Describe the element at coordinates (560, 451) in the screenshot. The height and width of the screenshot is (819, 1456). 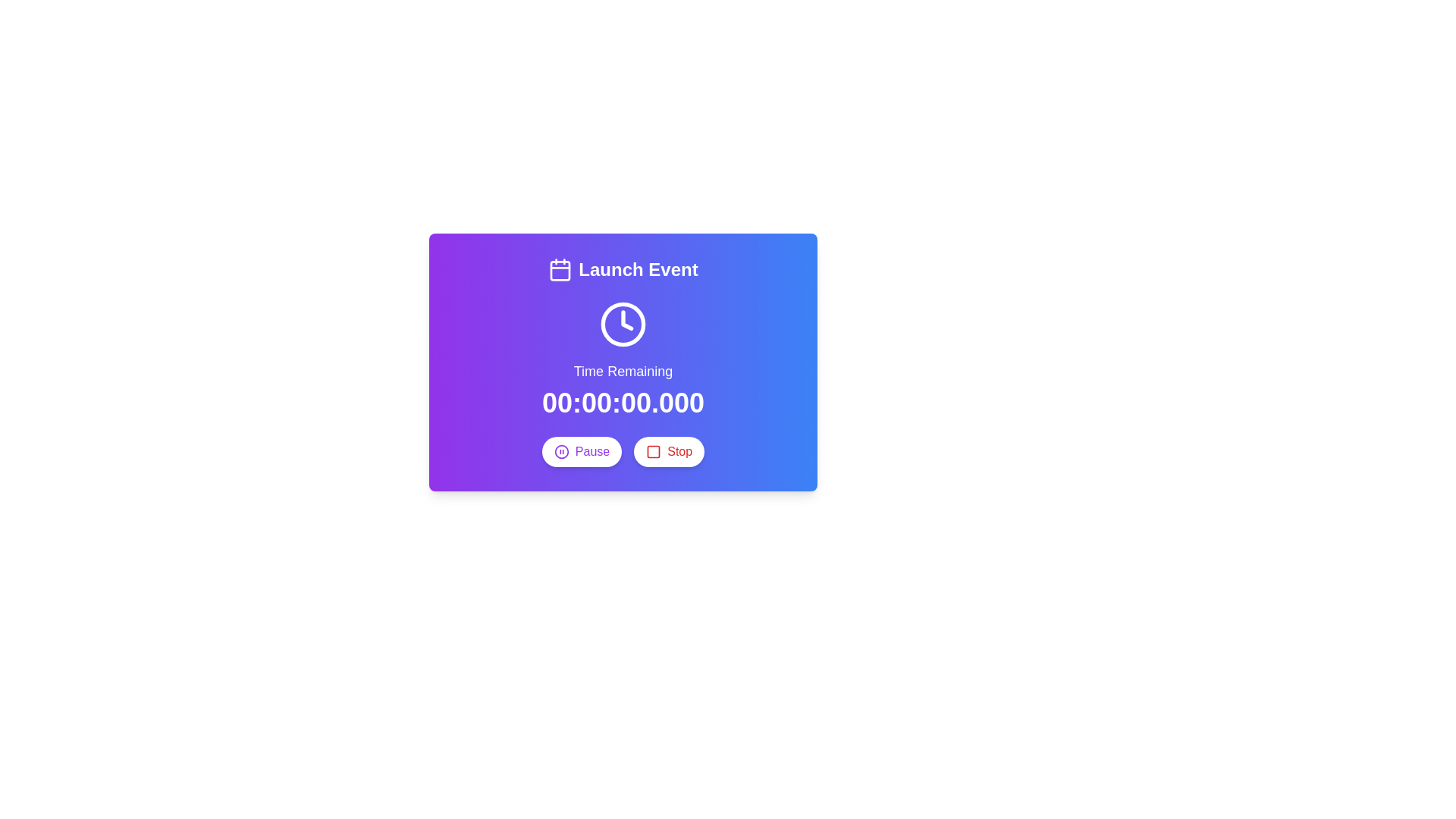
I see `the SVG Circle element that visually groups the 'Pause' icon, located within the purple-to-blue gradient background of the card interface` at that location.